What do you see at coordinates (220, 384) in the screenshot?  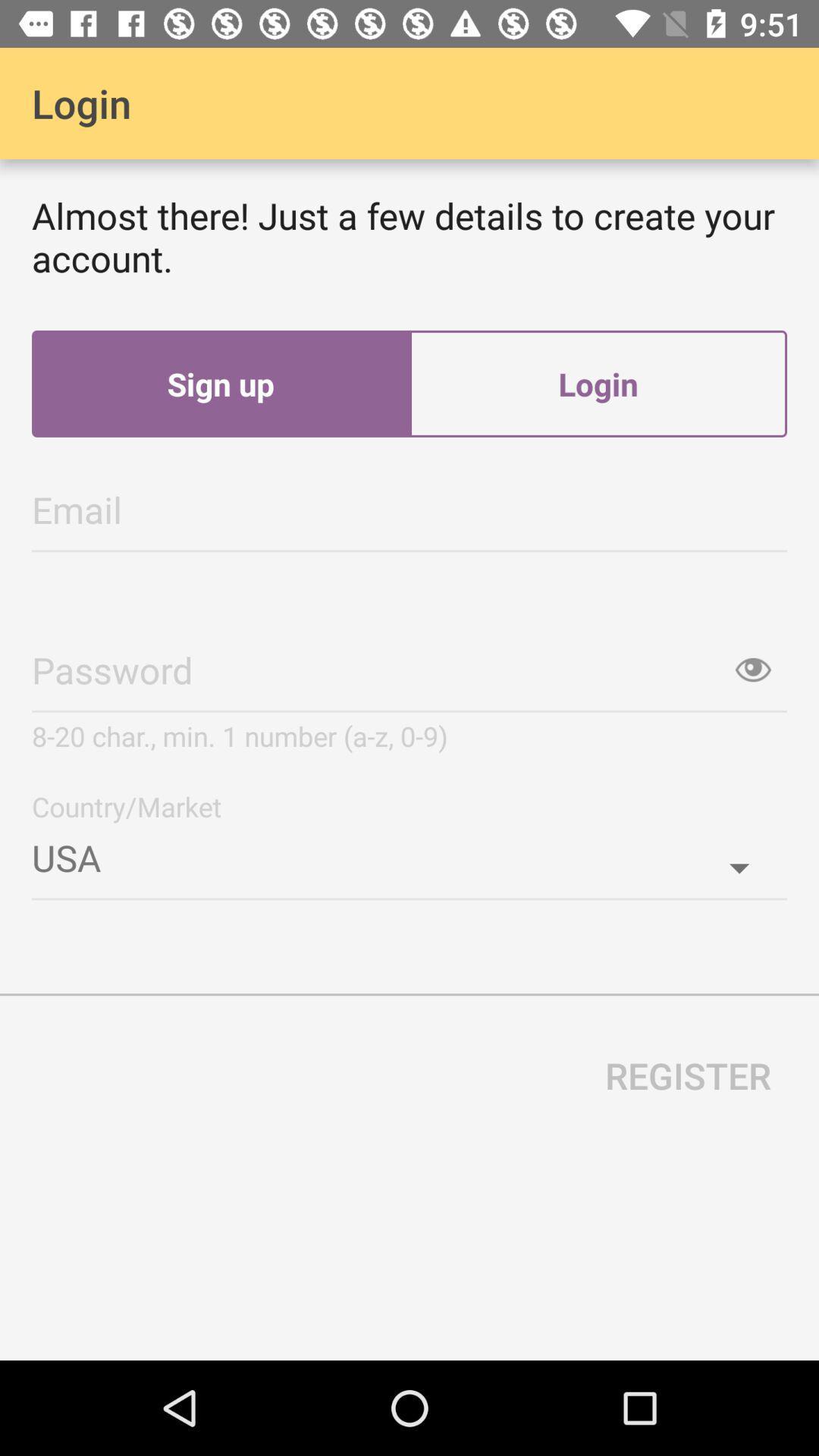 I see `the sign up item` at bounding box center [220, 384].